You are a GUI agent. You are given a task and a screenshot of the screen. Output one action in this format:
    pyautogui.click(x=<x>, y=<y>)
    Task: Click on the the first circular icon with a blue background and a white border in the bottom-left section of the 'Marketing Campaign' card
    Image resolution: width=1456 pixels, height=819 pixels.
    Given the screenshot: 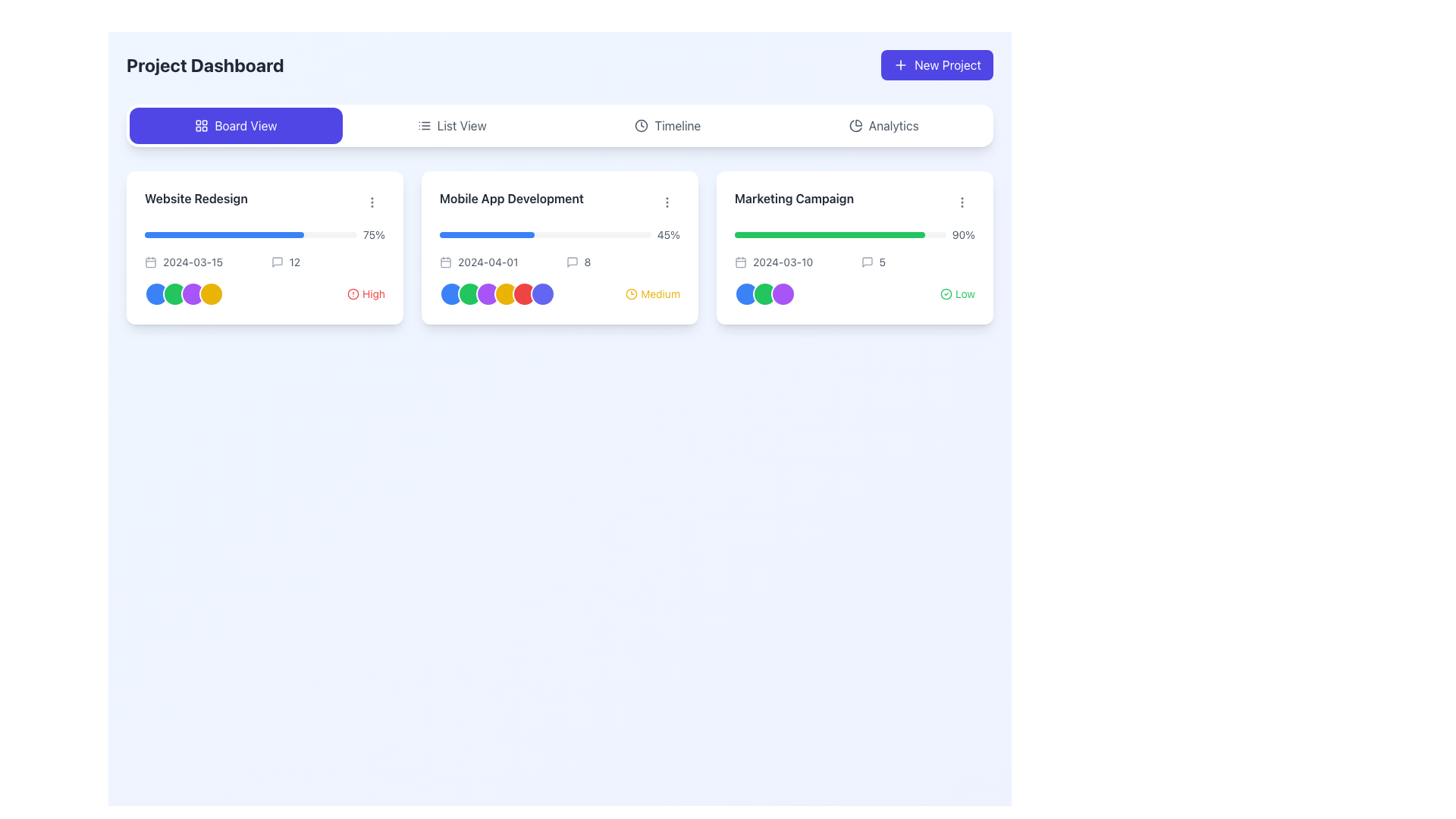 What is the action you would take?
    pyautogui.click(x=746, y=294)
    